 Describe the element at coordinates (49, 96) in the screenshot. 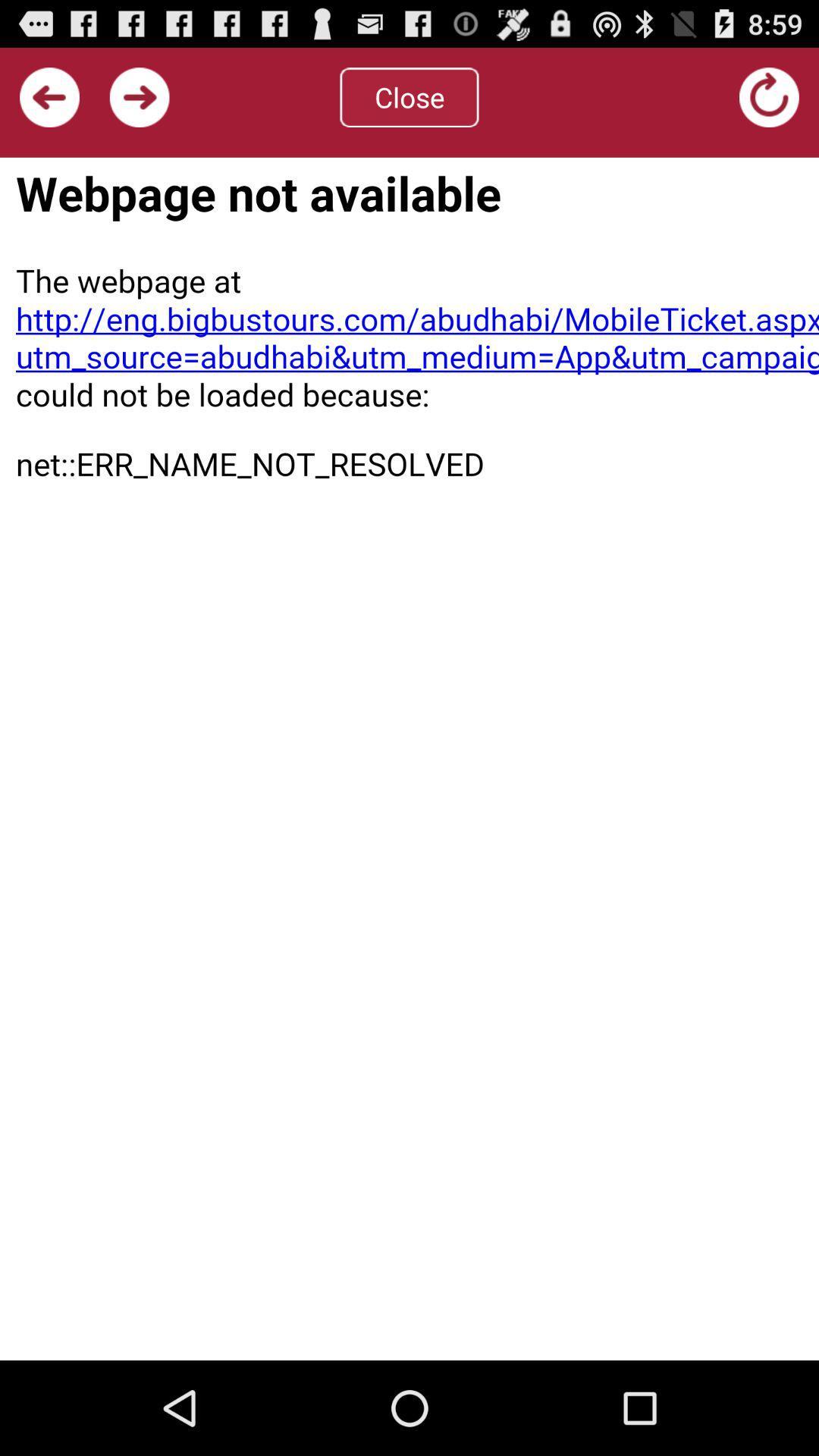

I see `previous` at that location.